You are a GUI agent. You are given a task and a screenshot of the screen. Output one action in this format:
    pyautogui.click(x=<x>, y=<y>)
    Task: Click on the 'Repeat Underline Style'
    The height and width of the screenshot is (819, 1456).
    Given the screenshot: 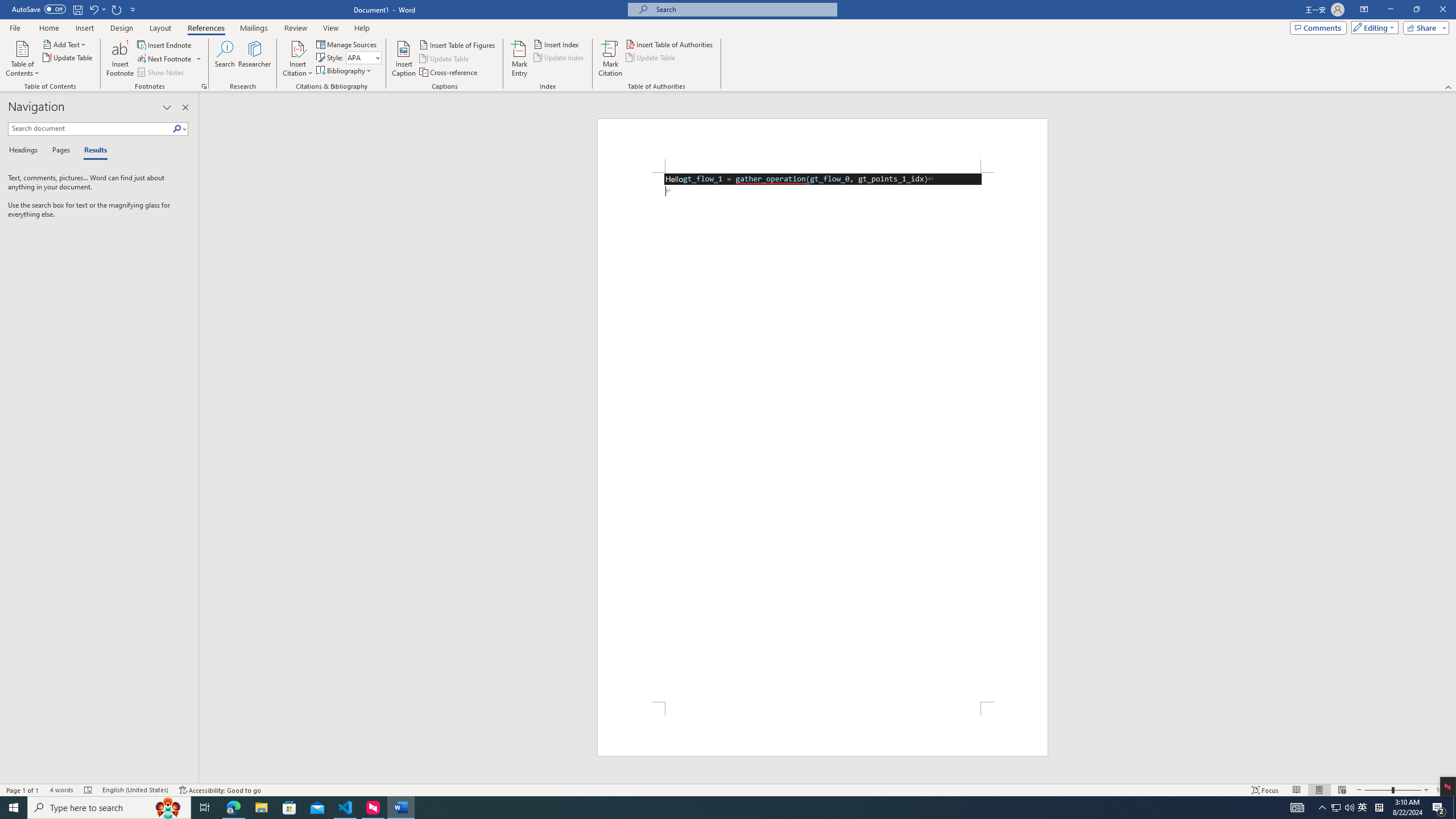 What is the action you would take?
    pyautogui.click(x=117, y=9)
    